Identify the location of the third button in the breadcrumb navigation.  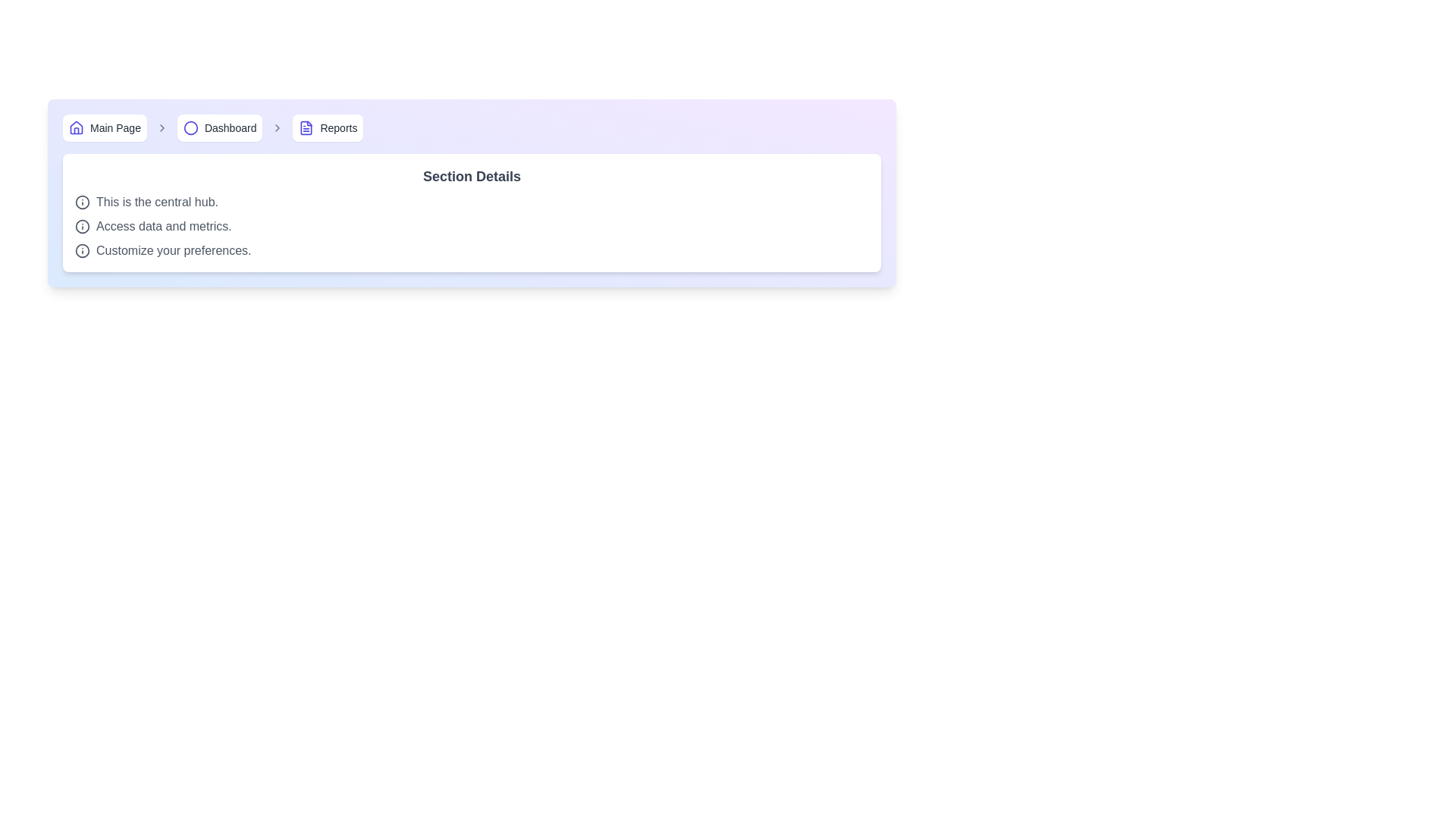
(327, 127).